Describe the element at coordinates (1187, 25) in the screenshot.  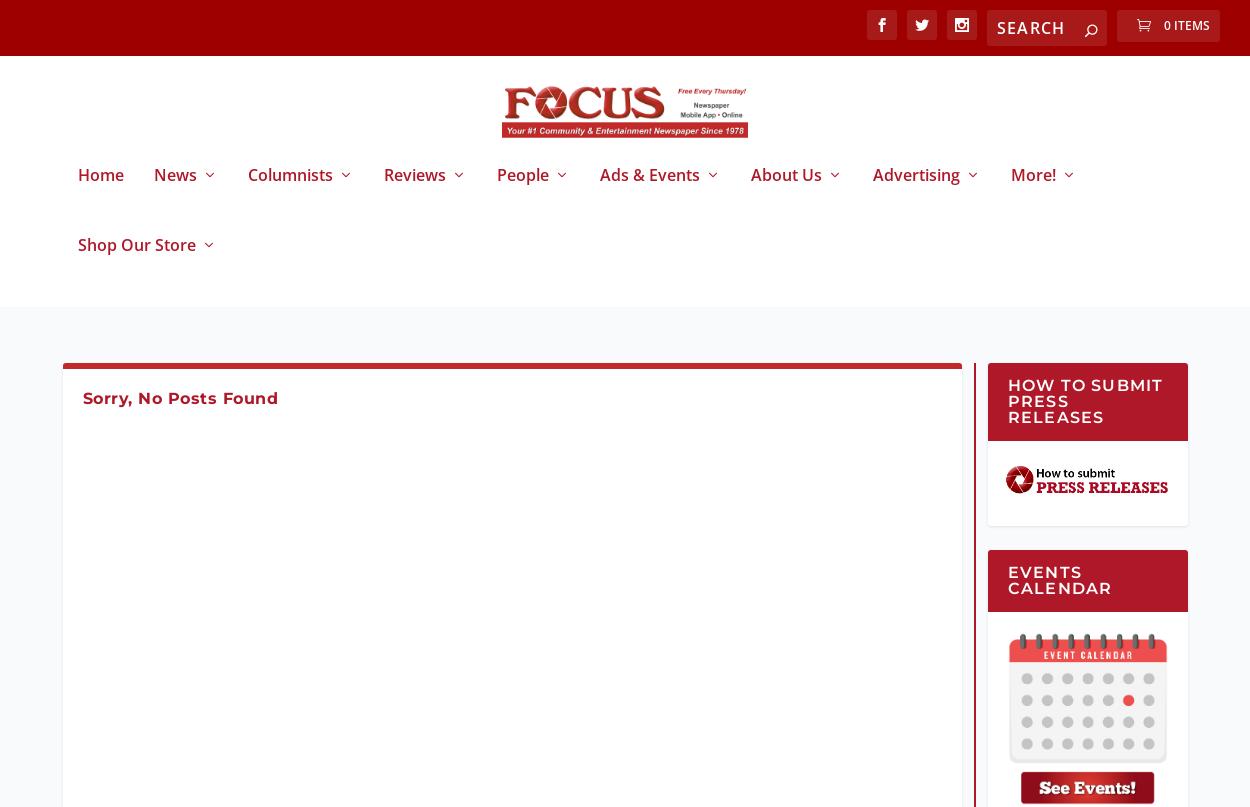
I see `'0 Items'` at that location.